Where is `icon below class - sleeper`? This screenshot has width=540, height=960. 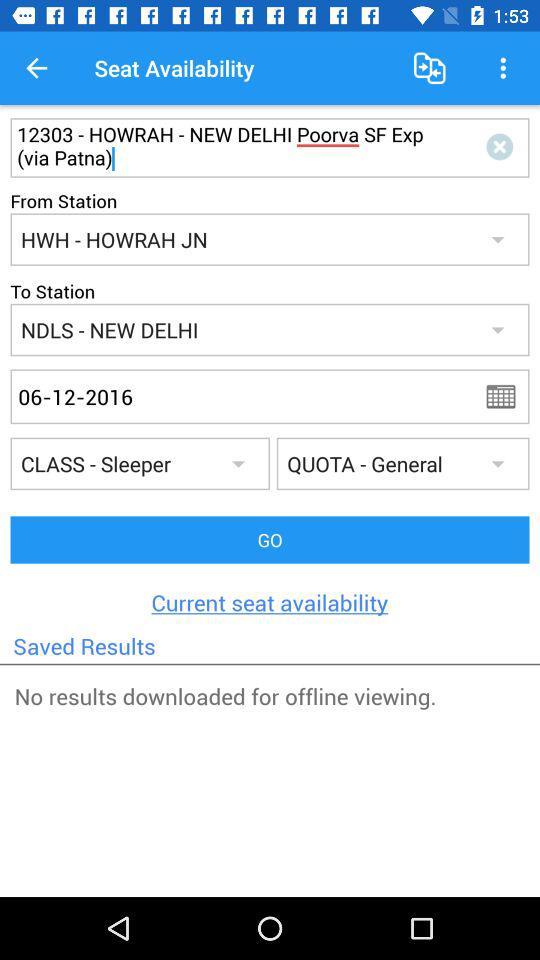
icon below class - sleeper is located at coordinates (270, 539).